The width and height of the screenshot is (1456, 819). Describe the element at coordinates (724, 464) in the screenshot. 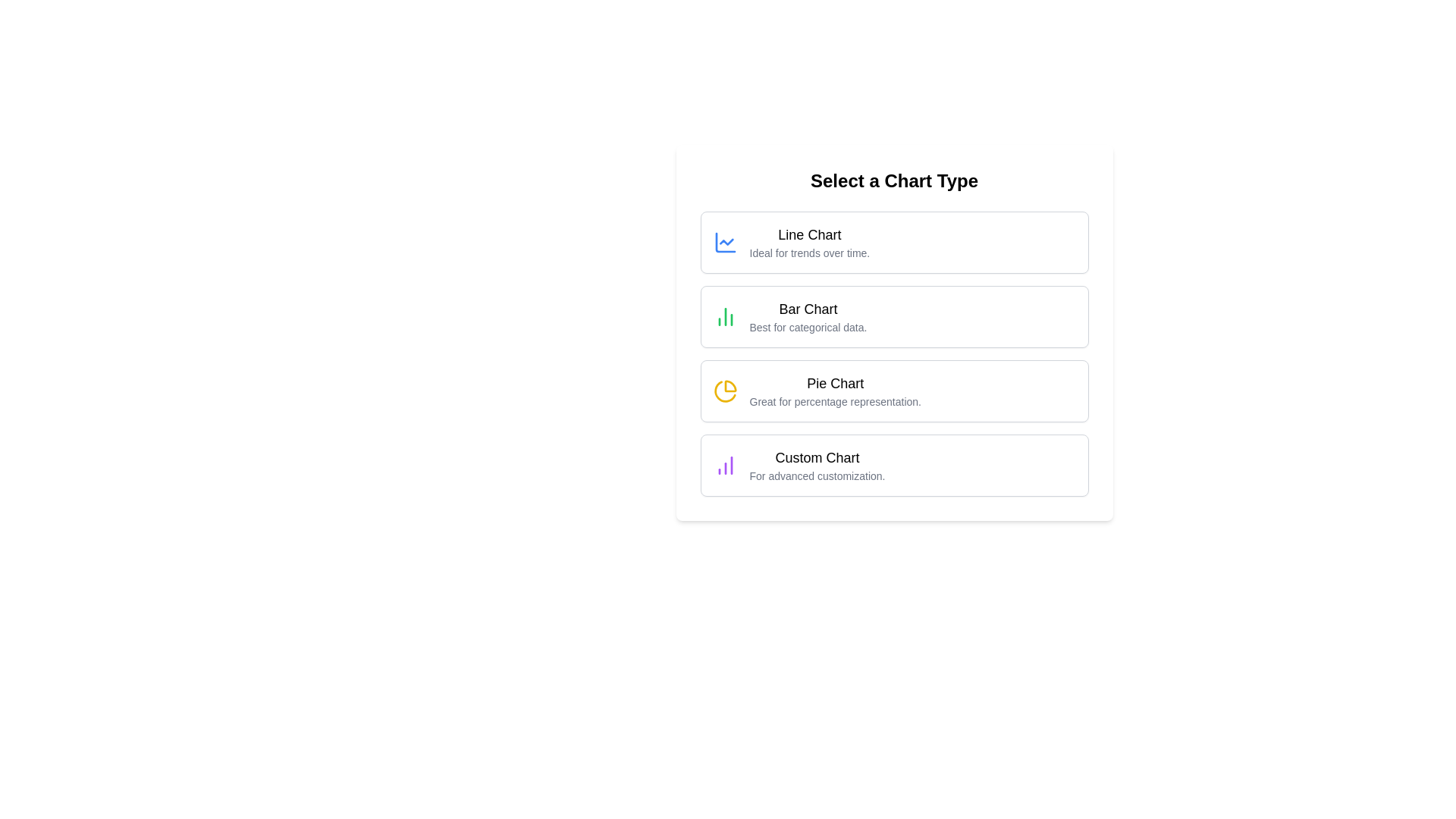

I see `the 'Custom Chart' icon located within the bottom card labeled 'Custom Chart For advanced customization', which is positioned to the left of the accompanying text` at that location.